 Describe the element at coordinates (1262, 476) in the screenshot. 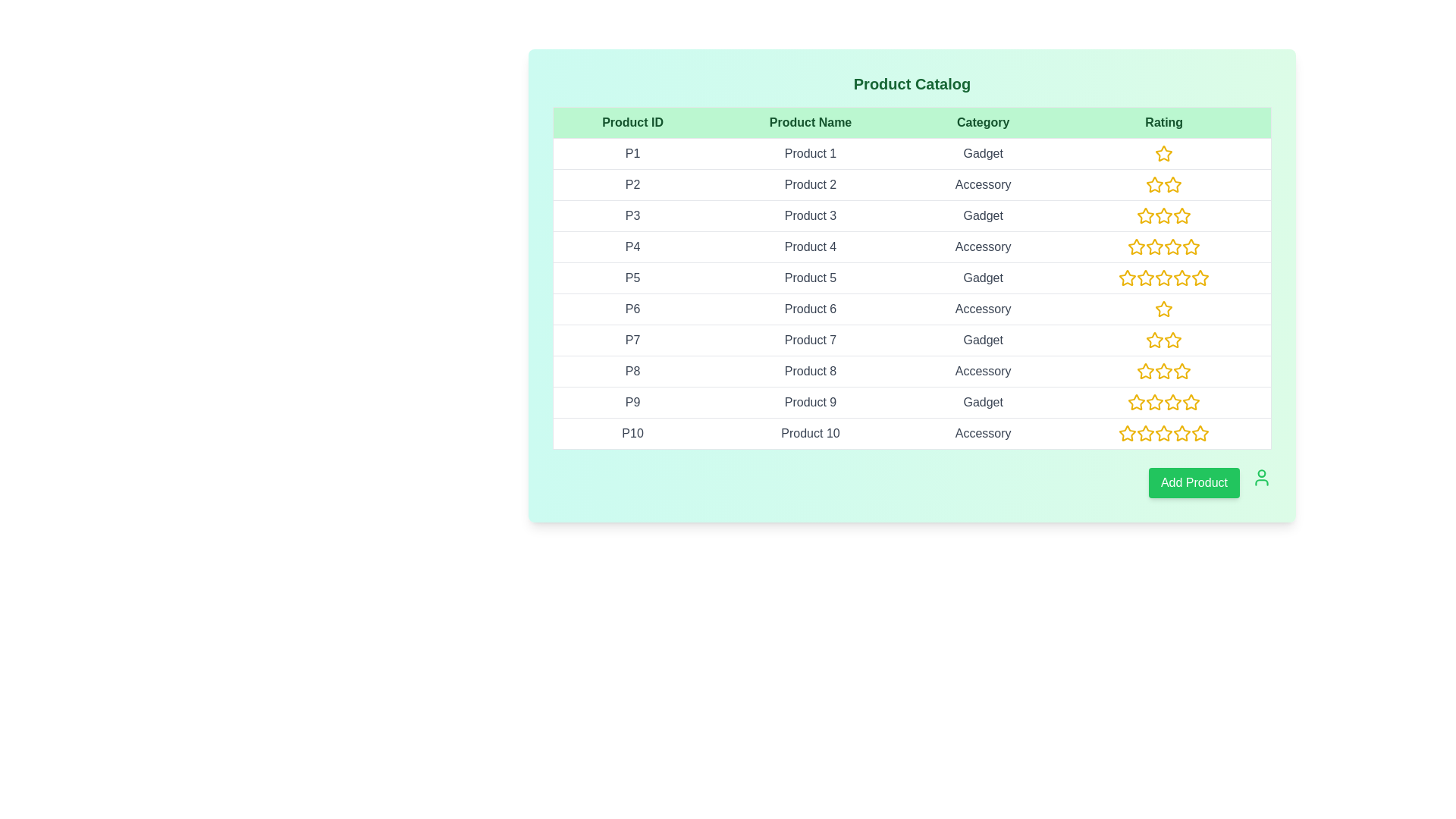

I see `the user icon to open profile-related options` at that location.